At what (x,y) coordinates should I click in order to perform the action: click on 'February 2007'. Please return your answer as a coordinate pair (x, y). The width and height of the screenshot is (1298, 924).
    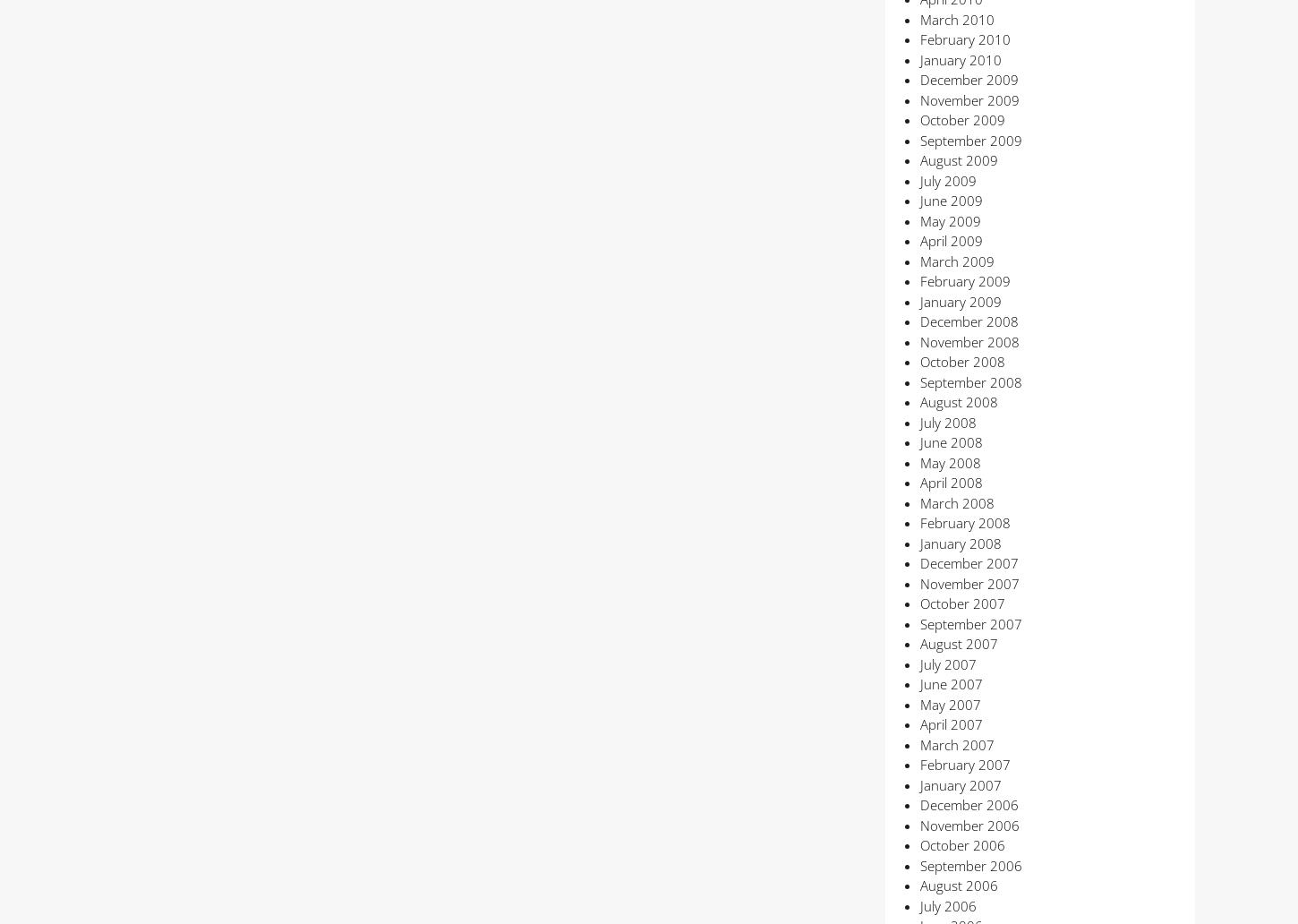
    Looking at the image, I should click on (964, 764).